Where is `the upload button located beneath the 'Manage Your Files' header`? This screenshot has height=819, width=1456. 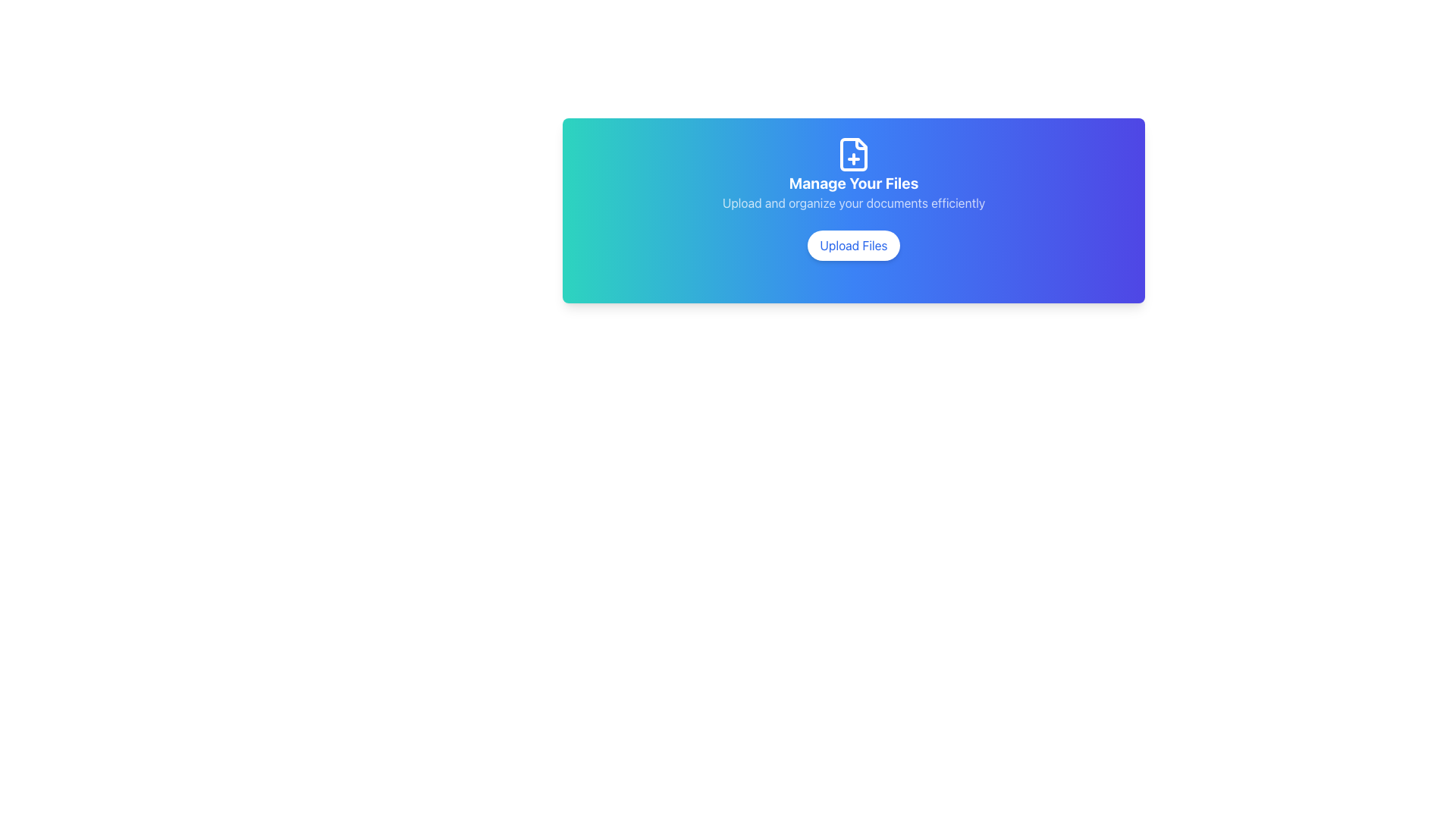
the upload button located beneath the 'Manage Your Files' header is located at coordinates (854, 245).